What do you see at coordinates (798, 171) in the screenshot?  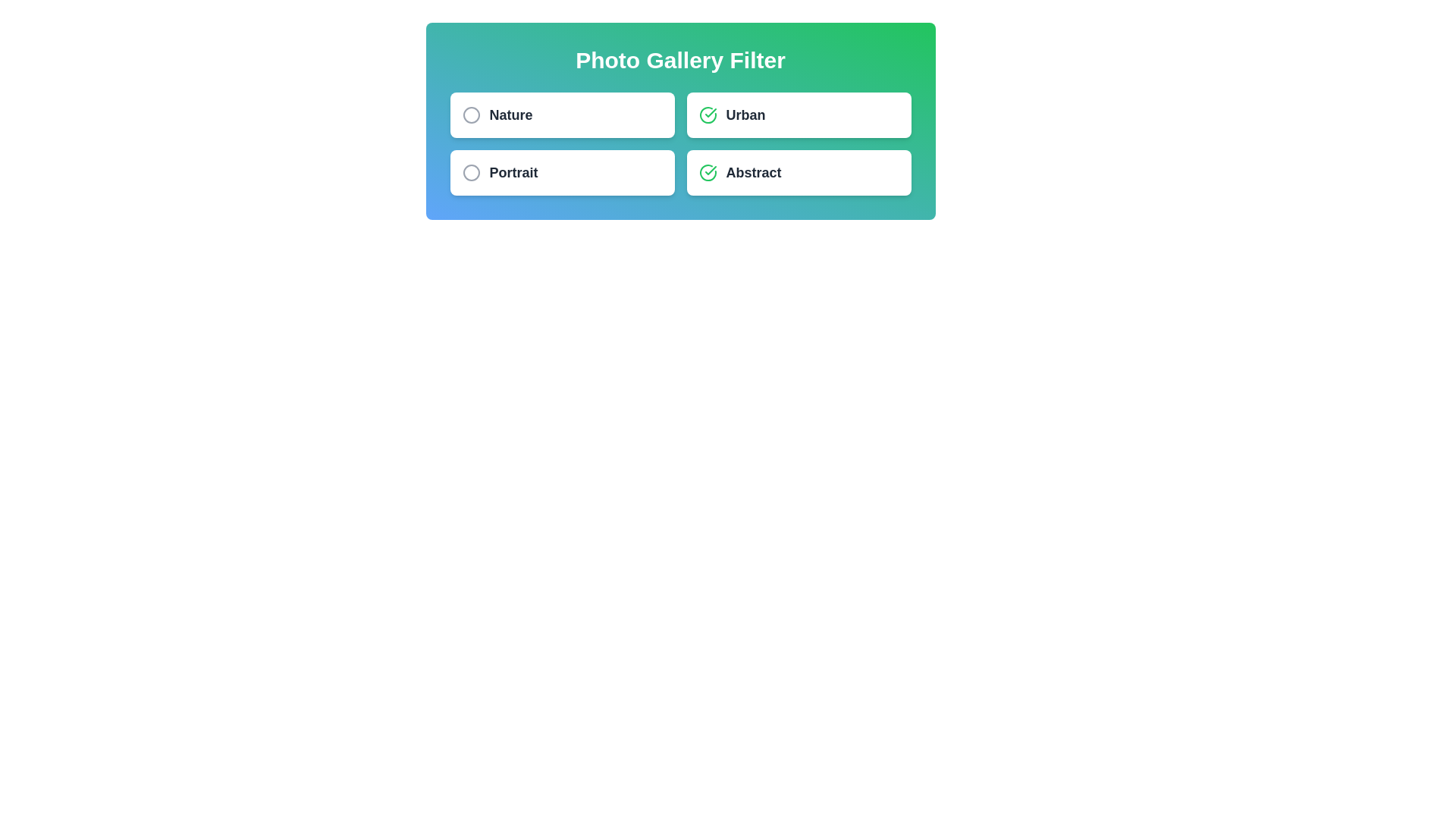 I see `the filter item Abstract` at bounding box center [798, 171].